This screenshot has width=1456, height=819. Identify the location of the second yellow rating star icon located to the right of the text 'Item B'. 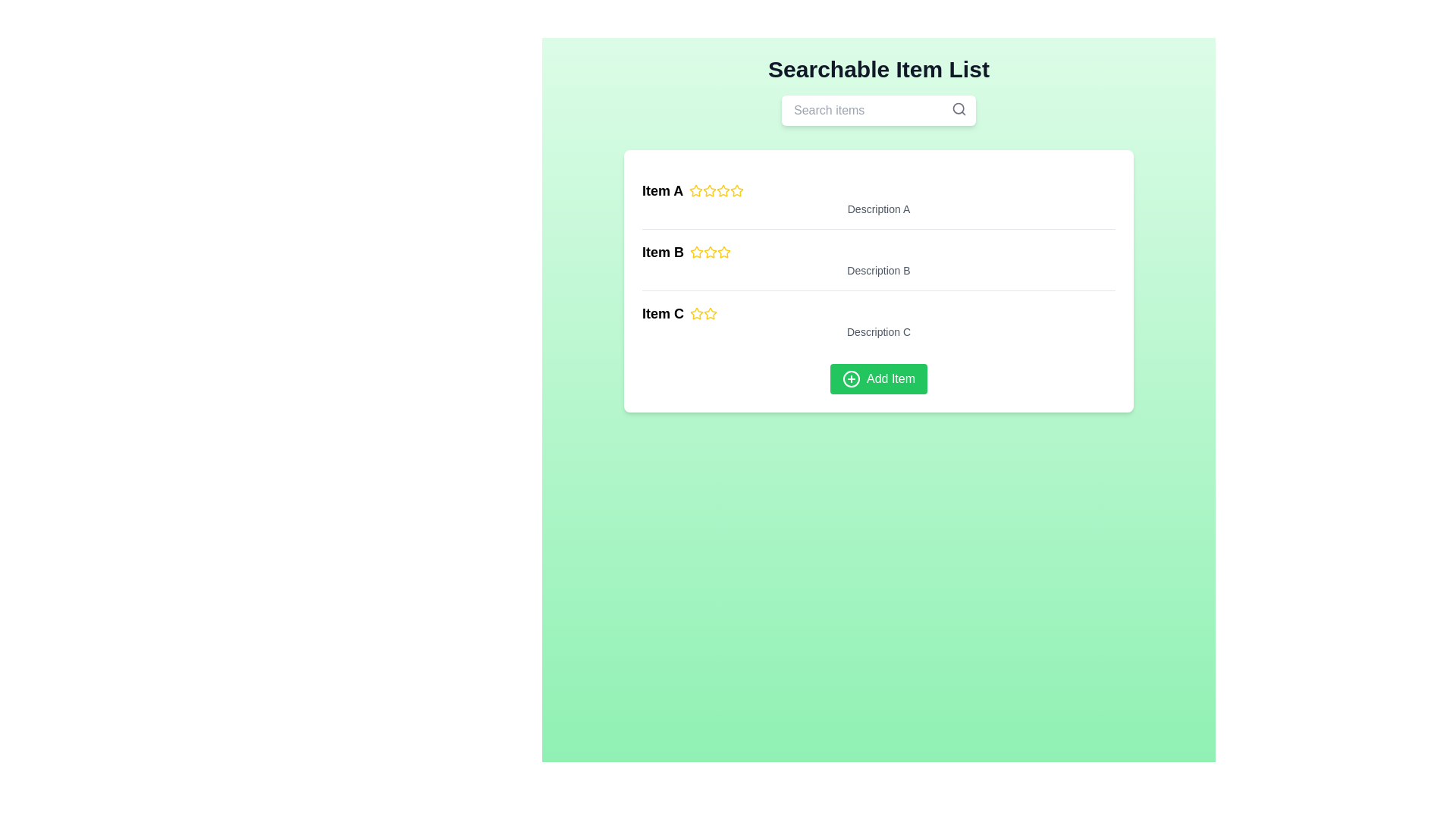
(709, 251).